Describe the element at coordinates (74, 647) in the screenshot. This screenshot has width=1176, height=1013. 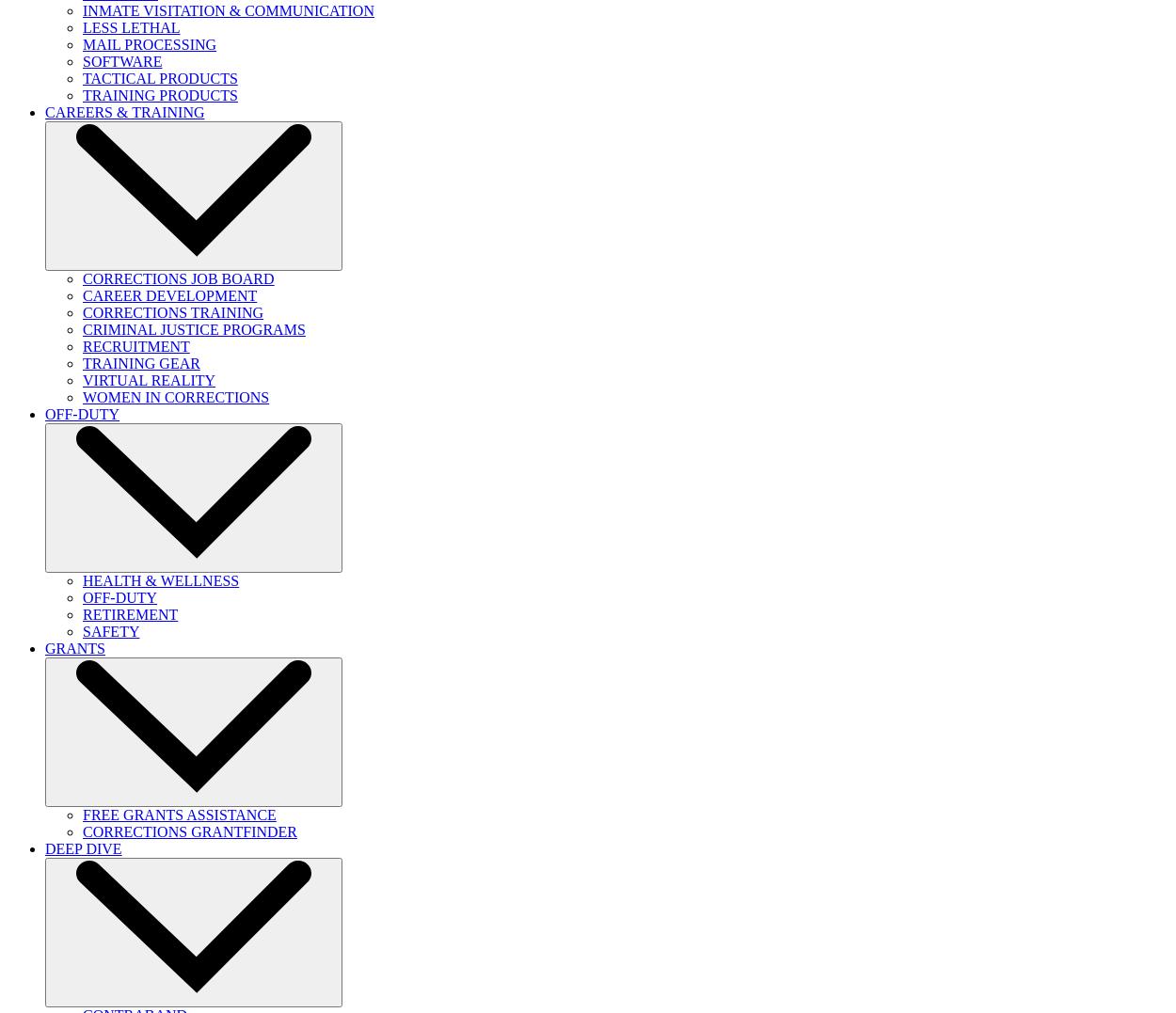
I see `'GRANTS'` at that location.